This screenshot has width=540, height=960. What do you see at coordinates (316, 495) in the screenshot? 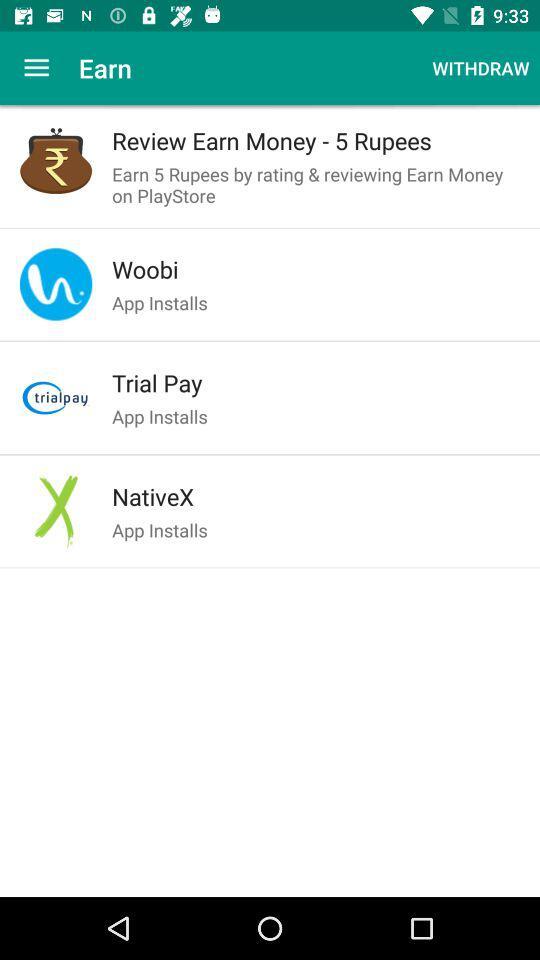
I see `the icon below app installs icon` at bounding box center [316, 495].